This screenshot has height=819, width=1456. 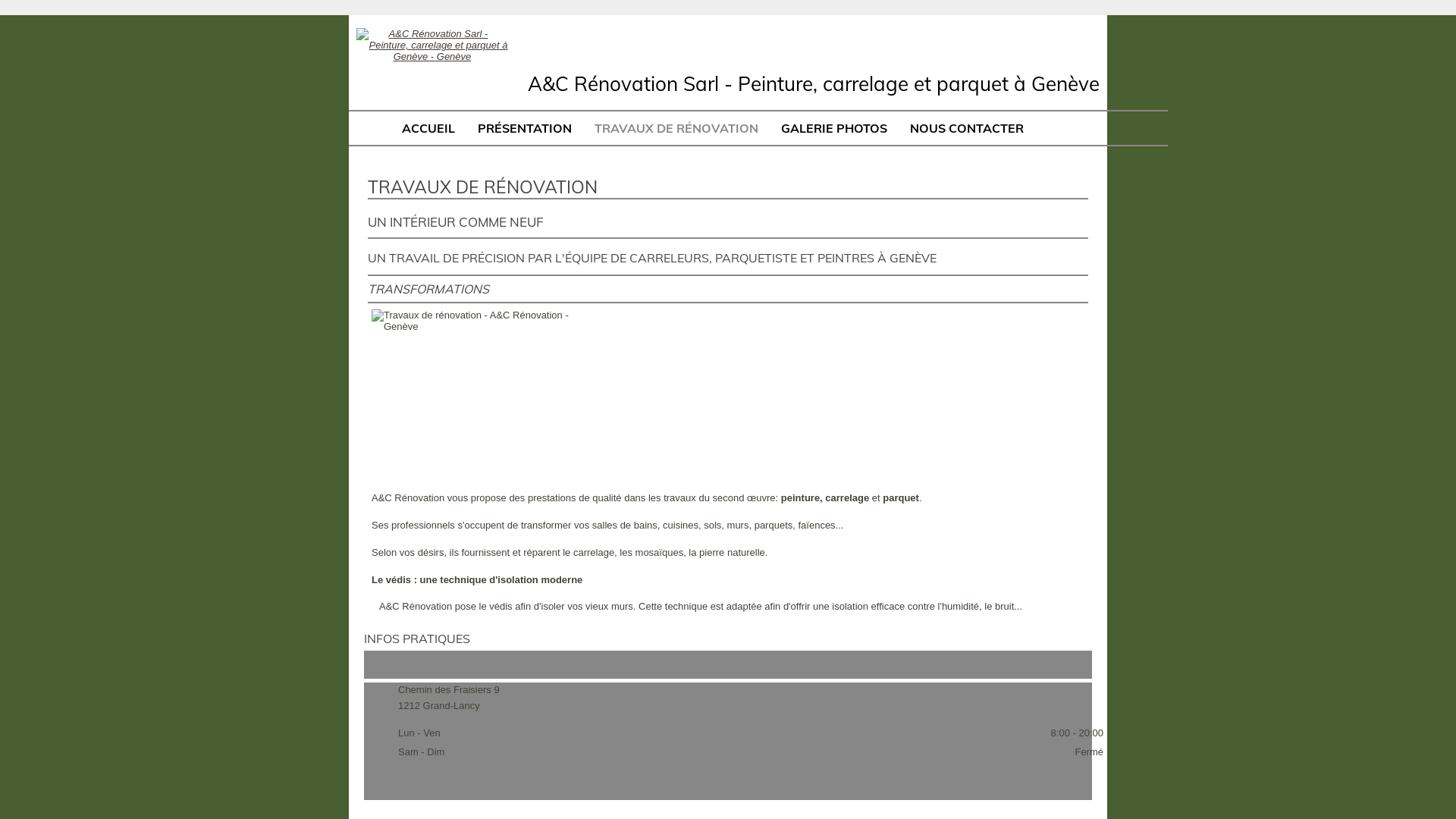 What do you see at coordinates (966, 127) in the screenshot?
I see `'NOUS CONTACTER'` at bounding box center [966, 127].